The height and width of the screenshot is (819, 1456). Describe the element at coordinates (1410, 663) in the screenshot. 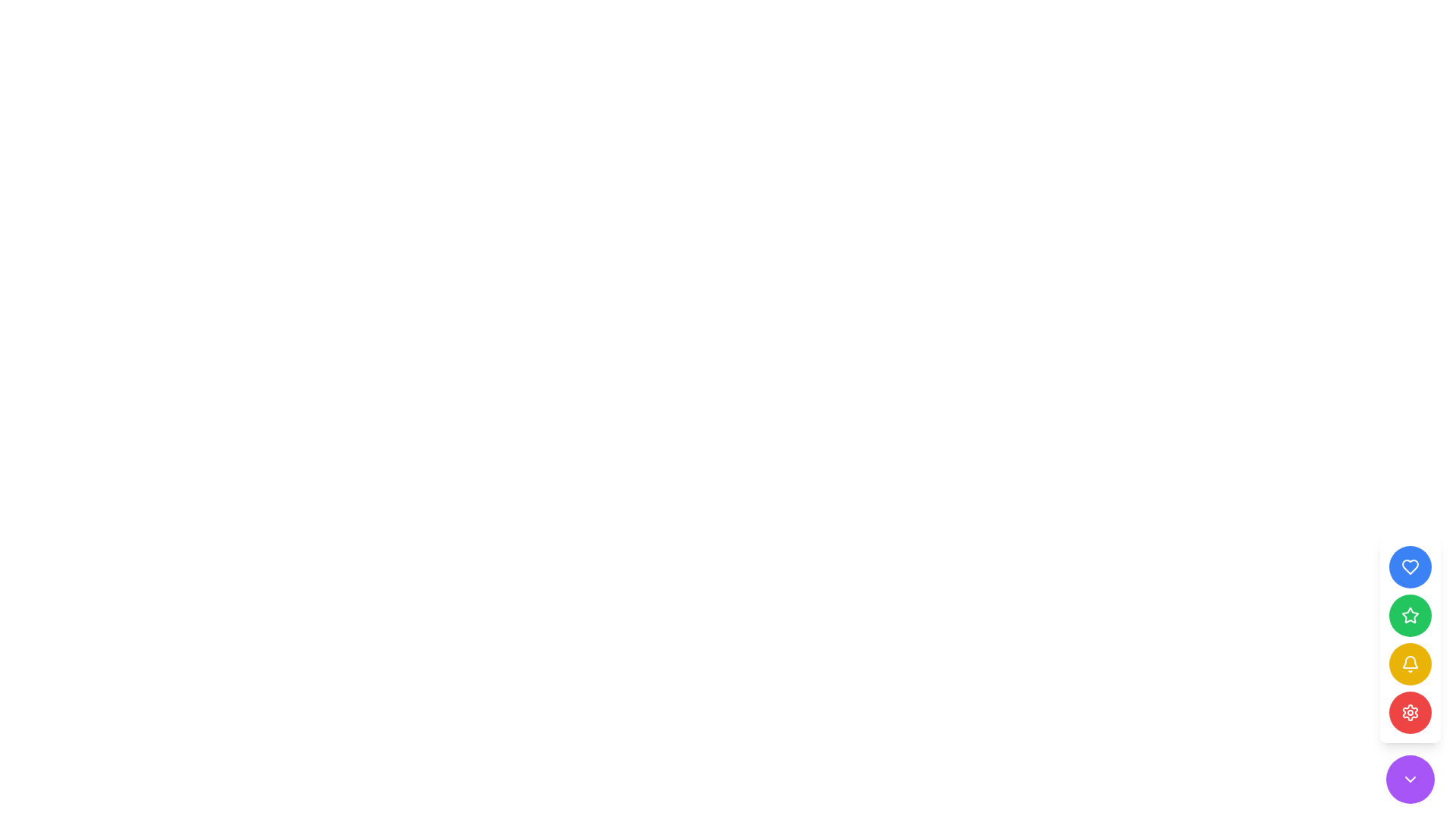

I see `the circular button displaying a bell icon, which has a bright yellow background and is the third button in a vertical stack of similar buttons on the right side of the interface` at that location.